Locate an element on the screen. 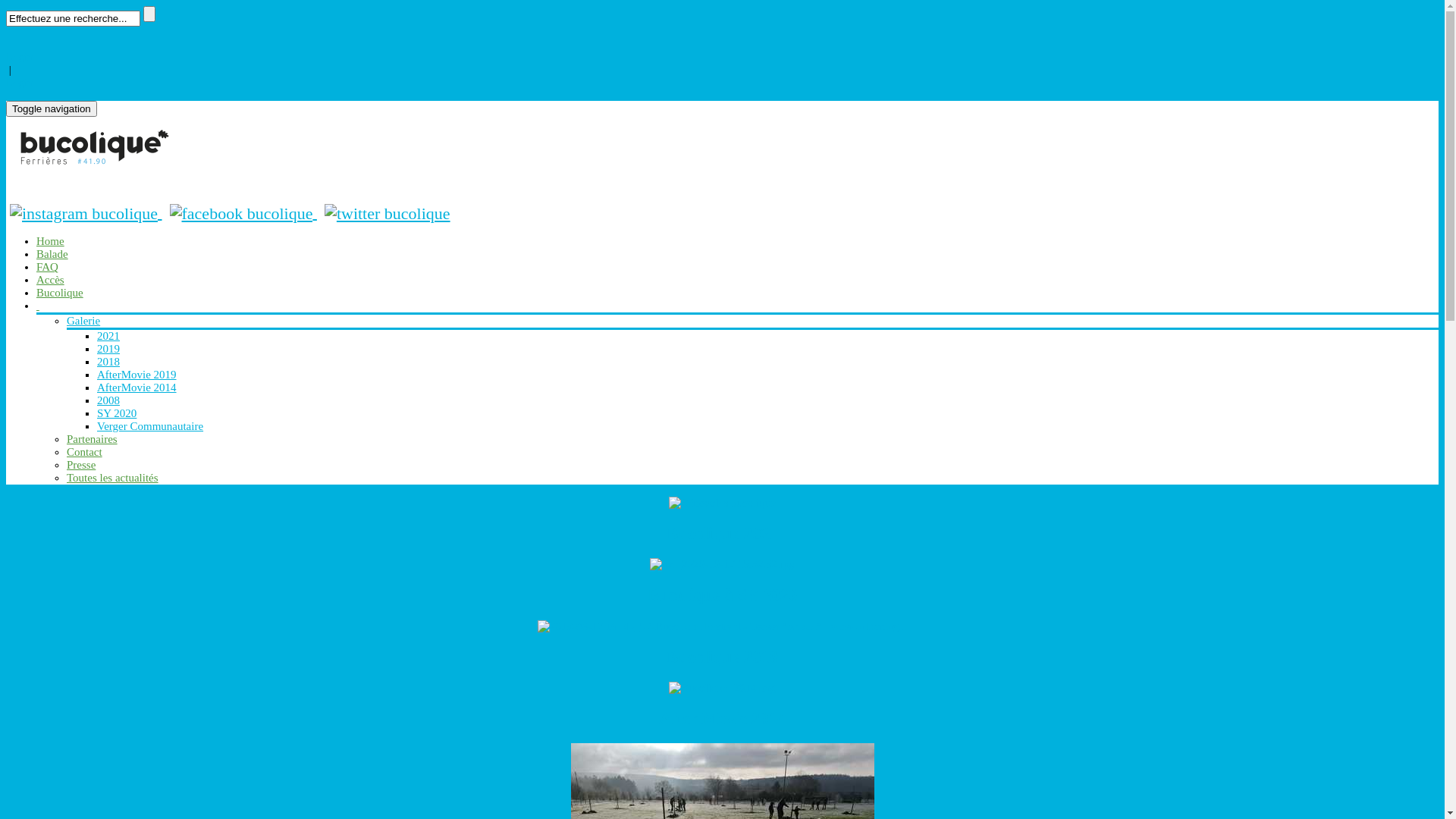  'After Movie 2014' is located at coordinates (721, 717).